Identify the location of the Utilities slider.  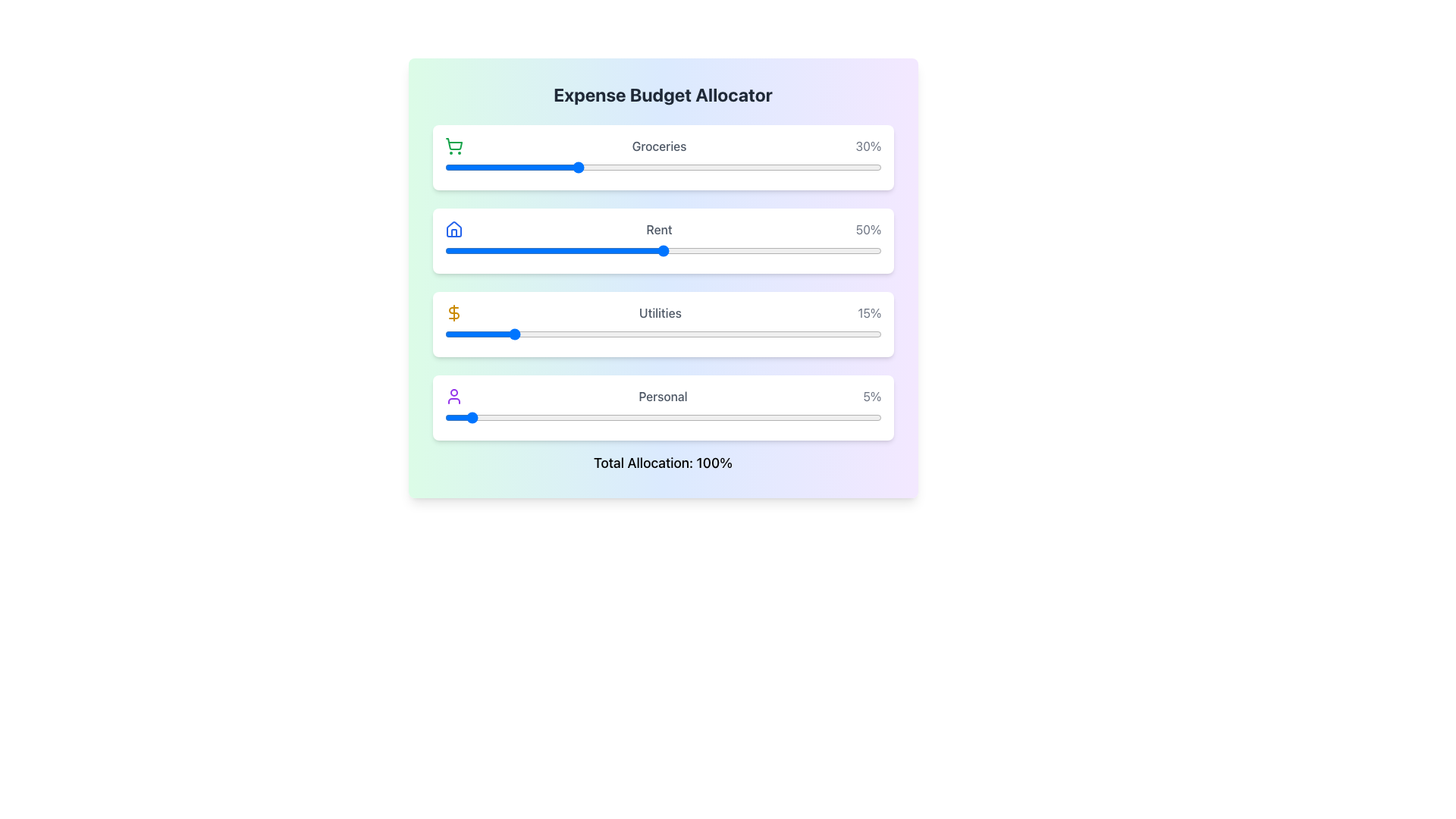
(545, 333).